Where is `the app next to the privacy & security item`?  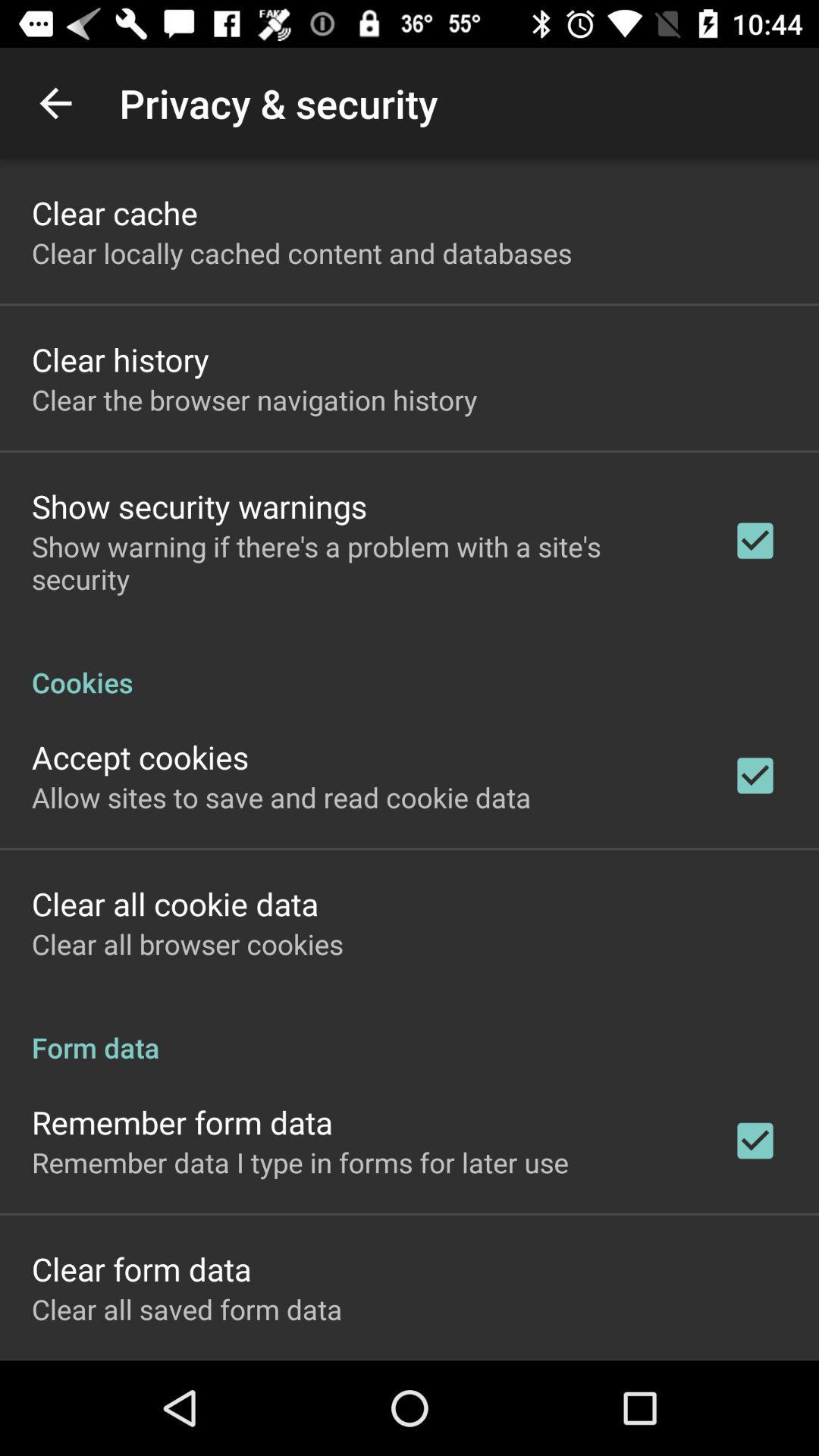 the app next to the privacy & security item is located at coordinates (55, 102).